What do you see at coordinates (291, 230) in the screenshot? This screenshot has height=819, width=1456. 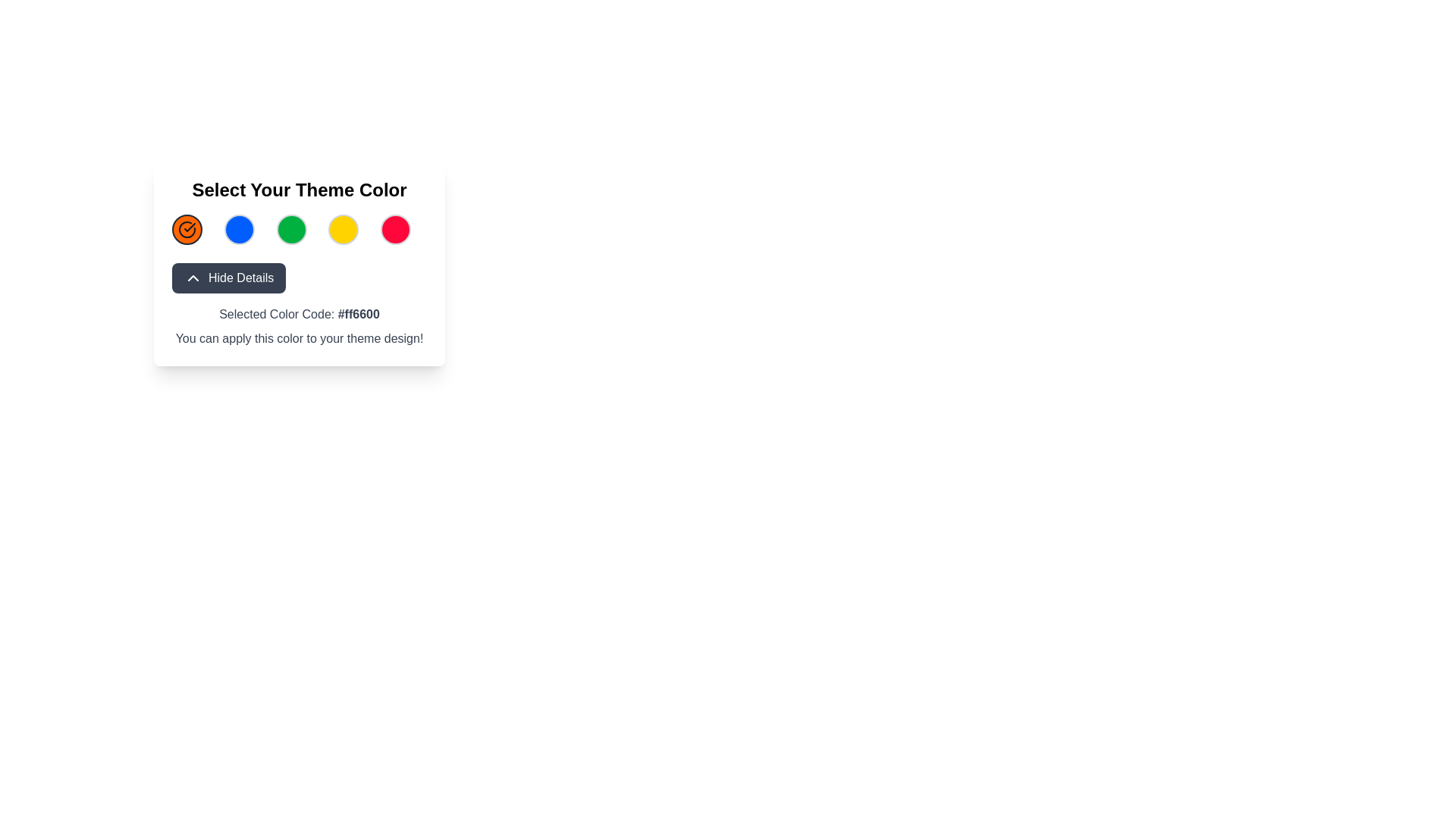 I see `the third circular button under the title 'Select Your Theme Color'` at bounding box center [291, 230].